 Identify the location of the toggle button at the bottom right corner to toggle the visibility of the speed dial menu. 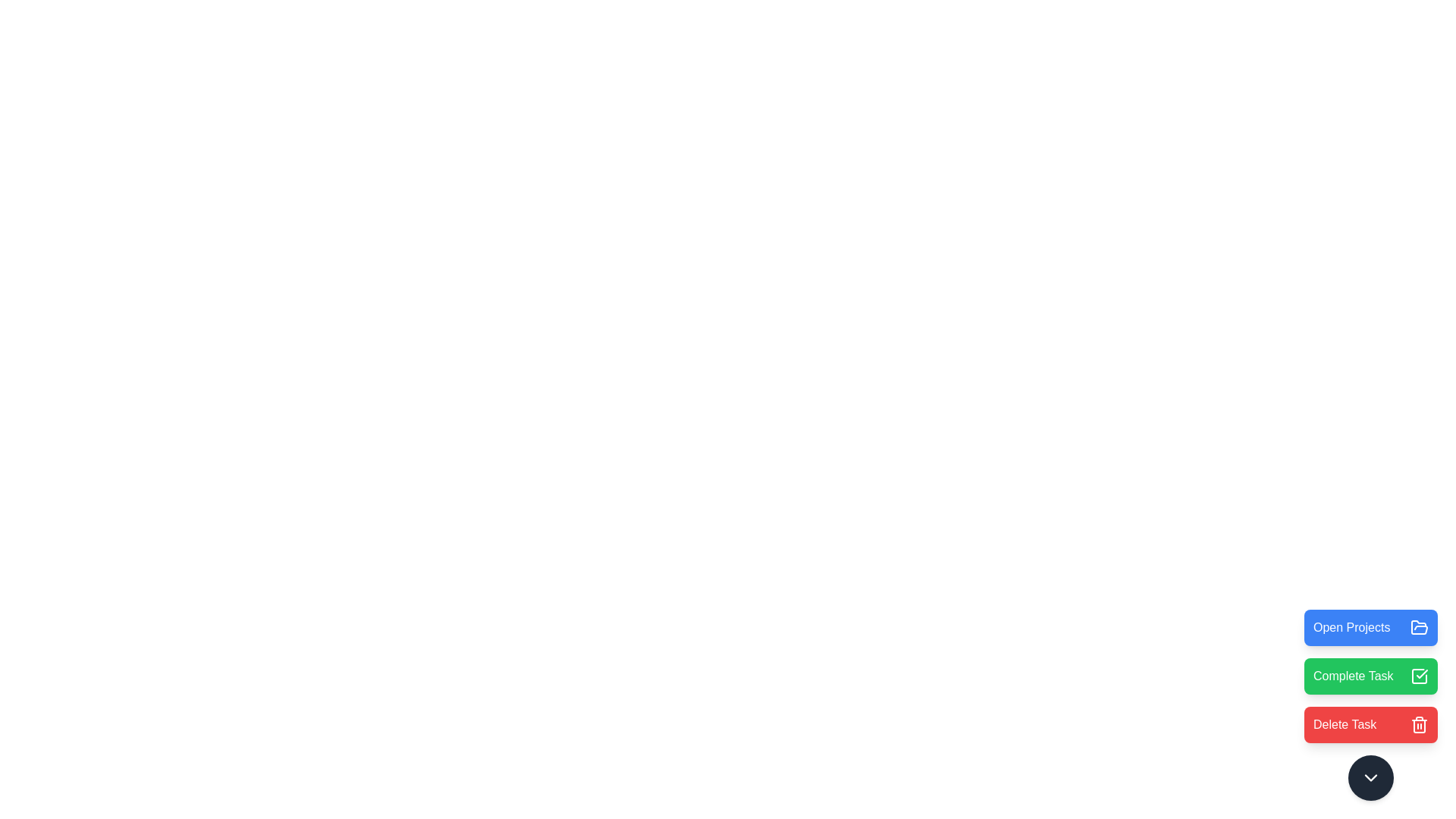
(1371, 778).